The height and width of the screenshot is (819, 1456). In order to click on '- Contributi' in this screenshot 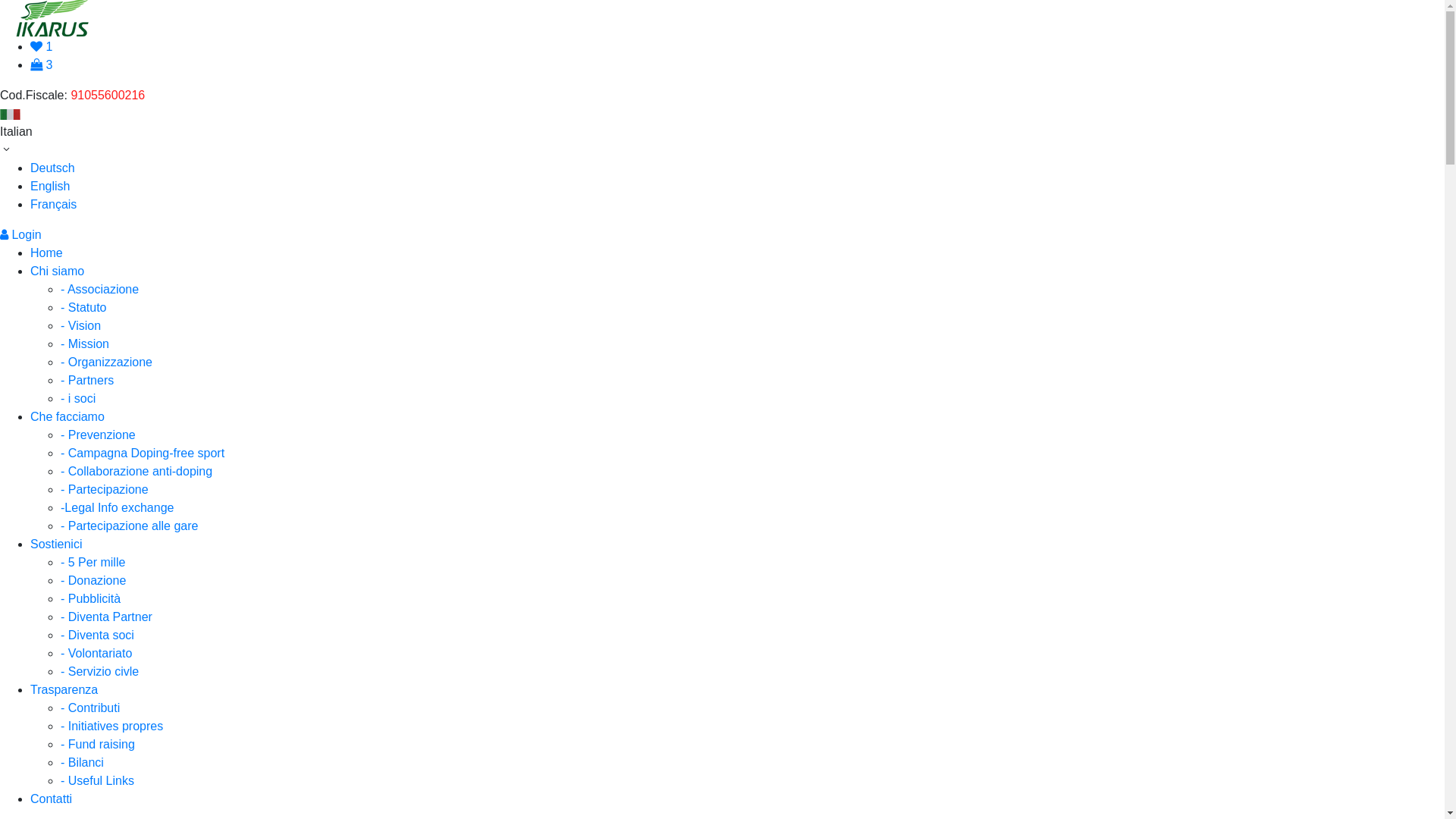, I will do `click(89, 708)`.